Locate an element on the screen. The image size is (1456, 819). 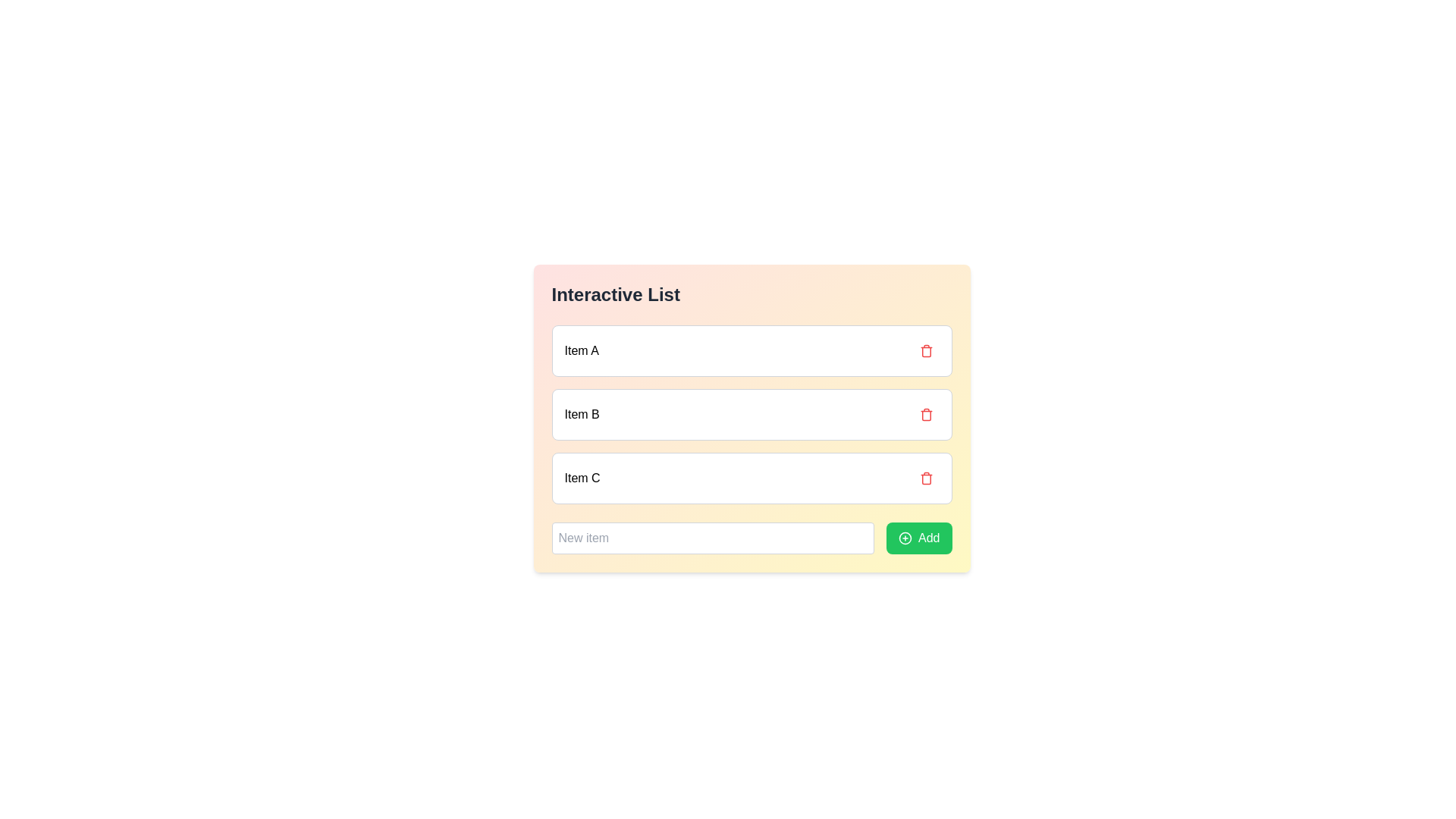
the delete button located on the far right of the 'Item A' row is located at coordinates (925, 350).